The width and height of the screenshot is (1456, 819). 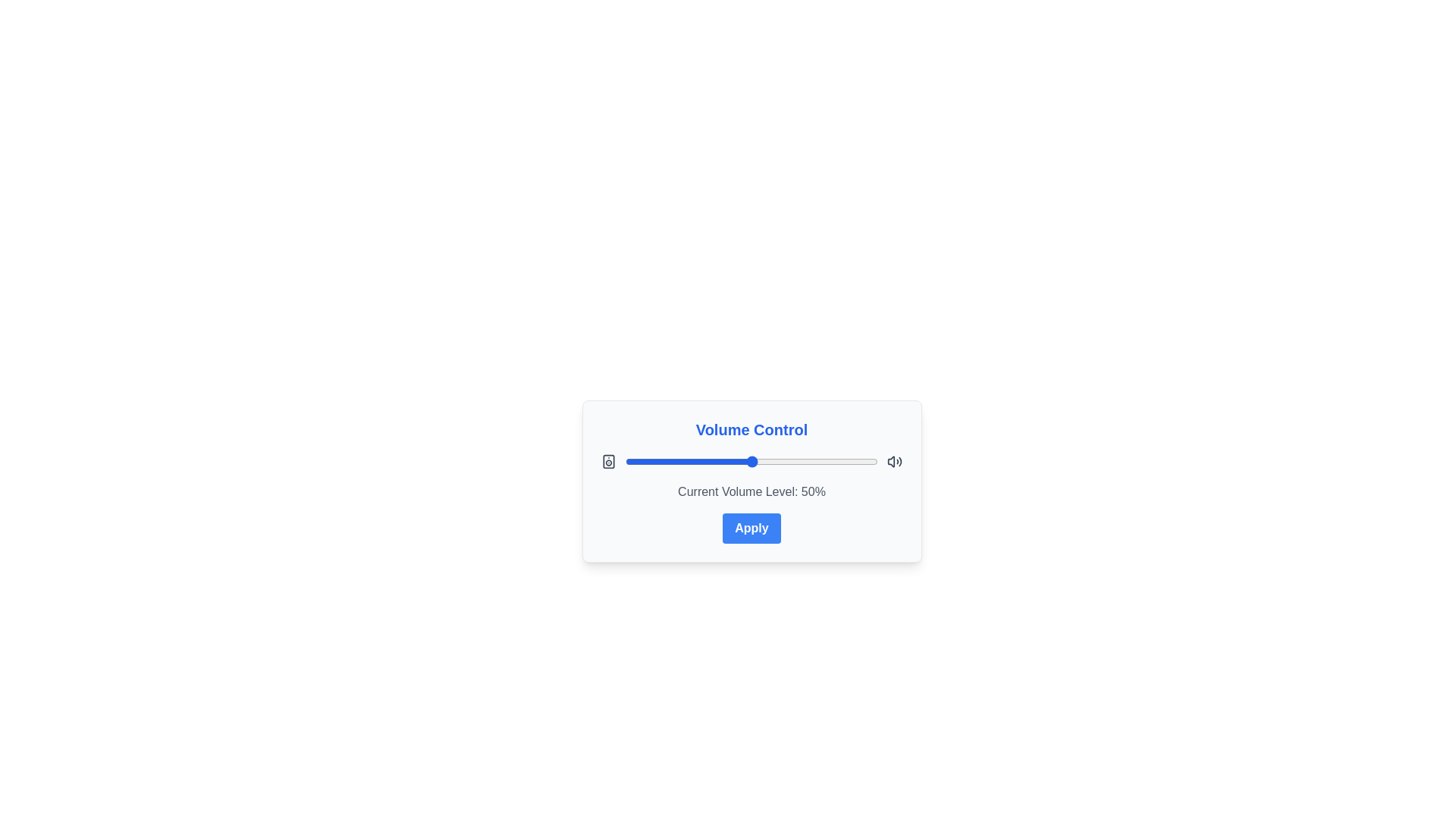 I want to click on the slider, so click(x=720, y=461).